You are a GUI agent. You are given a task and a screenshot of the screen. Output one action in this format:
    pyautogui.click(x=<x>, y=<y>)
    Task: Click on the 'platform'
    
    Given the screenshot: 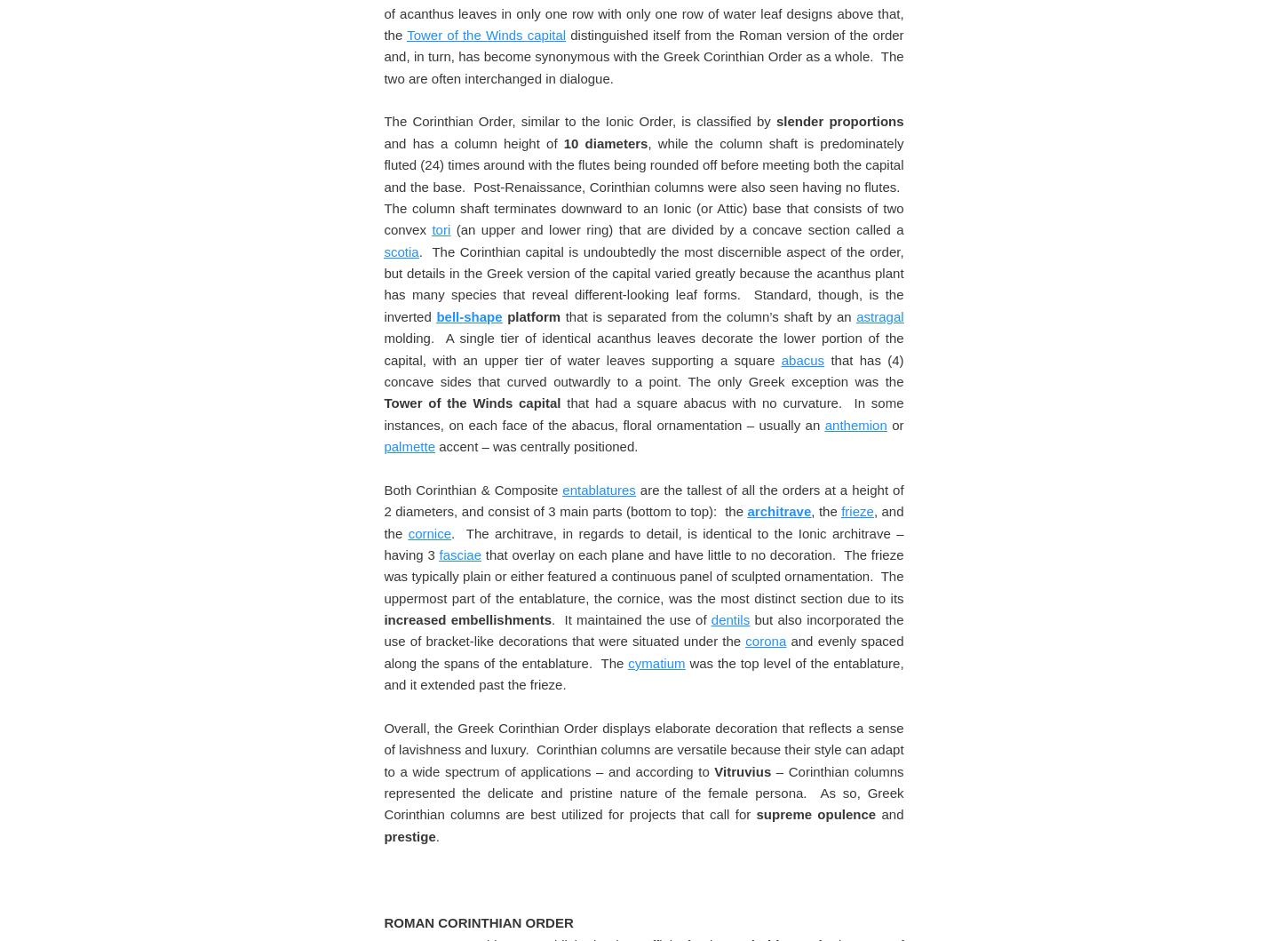 What is the action you would take?
    pyautogui.click(x=530, y=867)
    